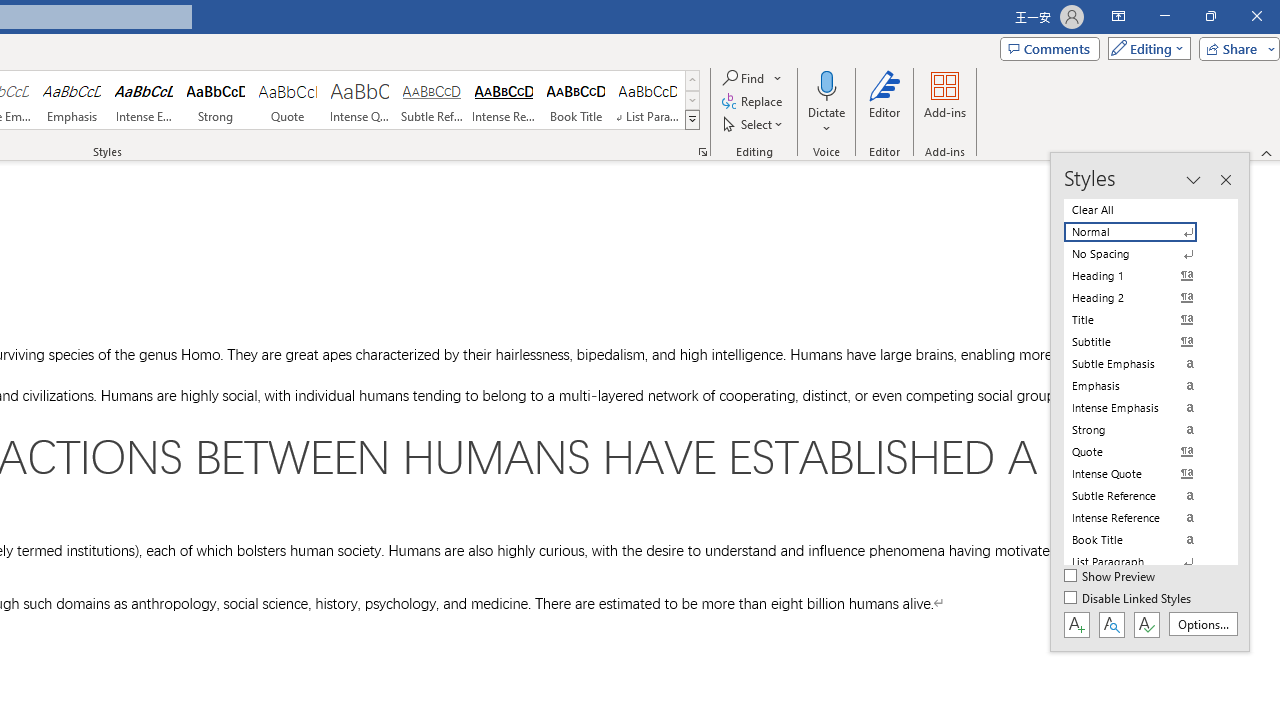 The width and height of the screenshot is (1280, 720). What do you see at coordinates (1142, 231) in the screenshot?
I see `'Normal'` at bounding box center [1142, 231].